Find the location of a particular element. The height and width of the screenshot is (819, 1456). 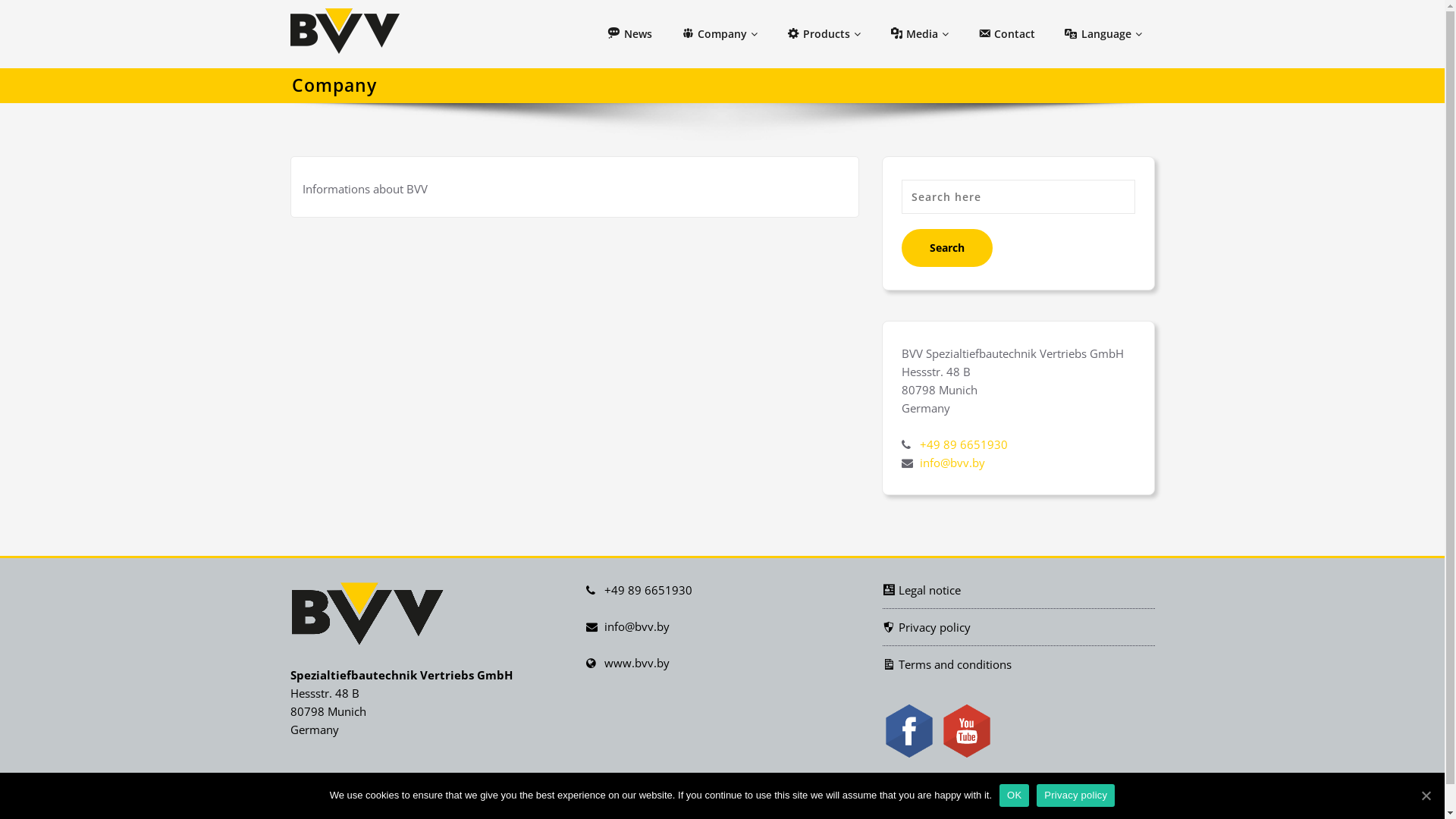

'Company' is located at coordinates (717, 34).